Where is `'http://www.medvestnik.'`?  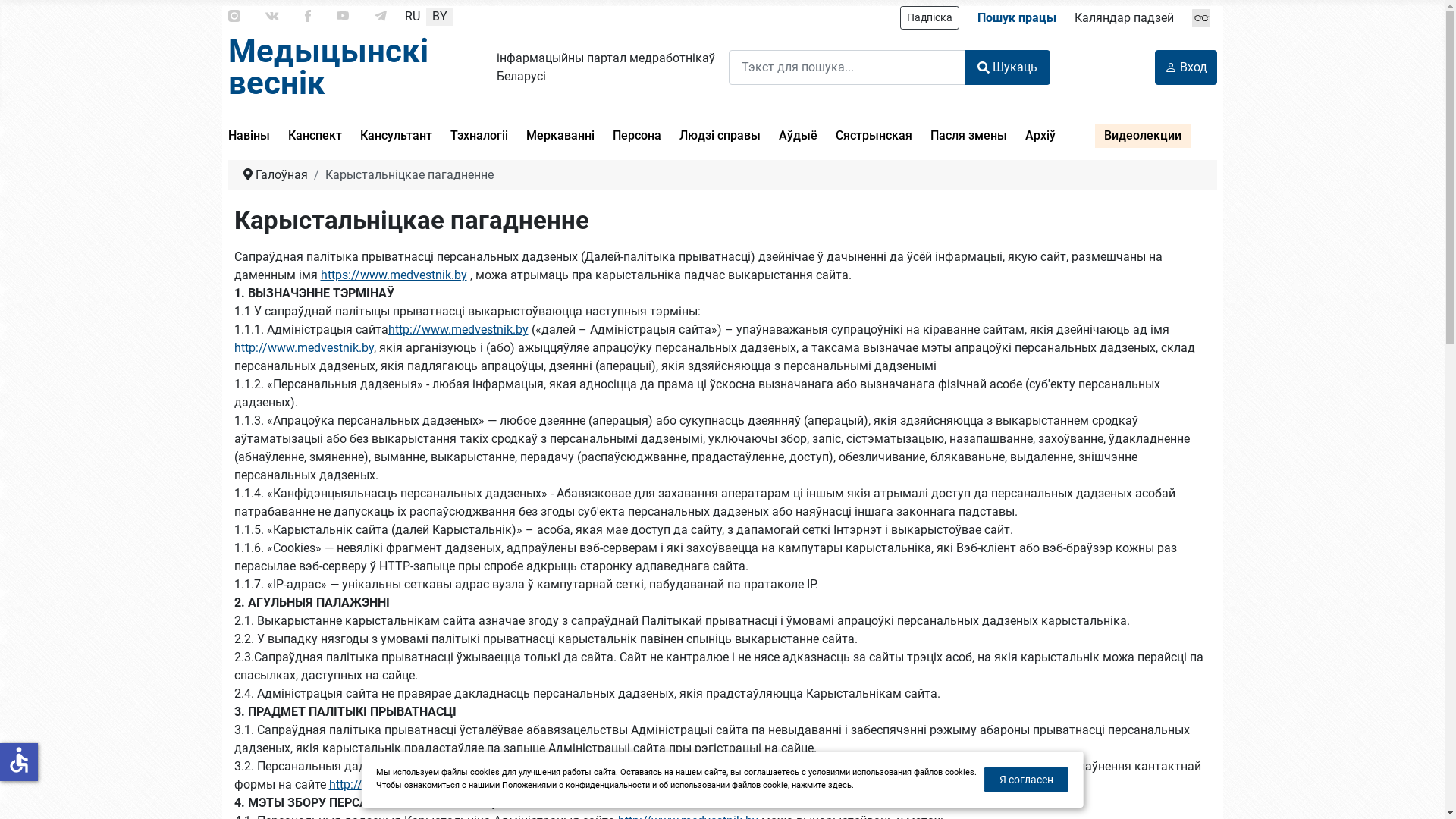
'http://www.medvestnik.' is located at coordinates (328, 784).